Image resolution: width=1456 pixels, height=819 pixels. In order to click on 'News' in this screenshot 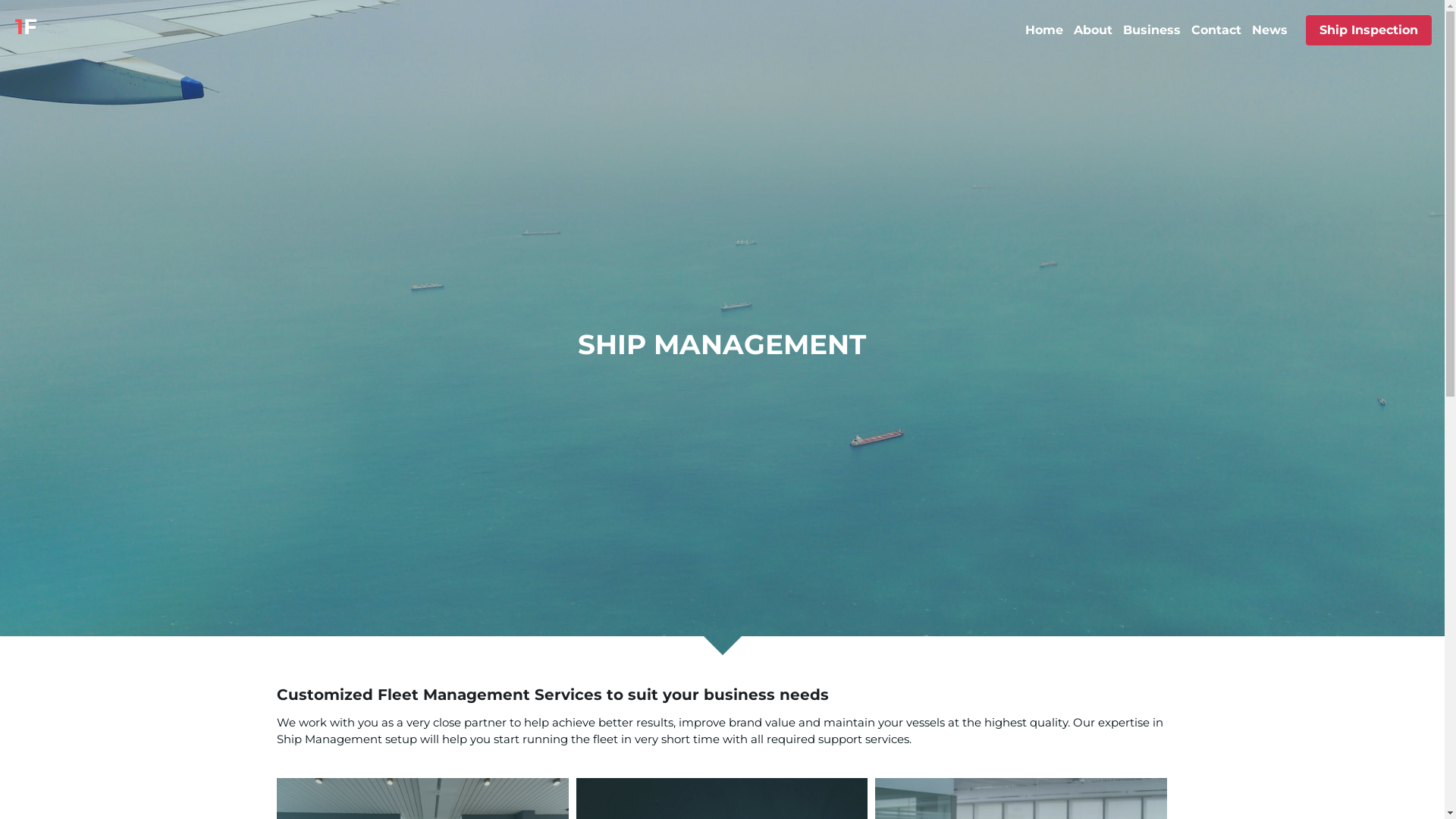, I will do `click(1269, 30)`.